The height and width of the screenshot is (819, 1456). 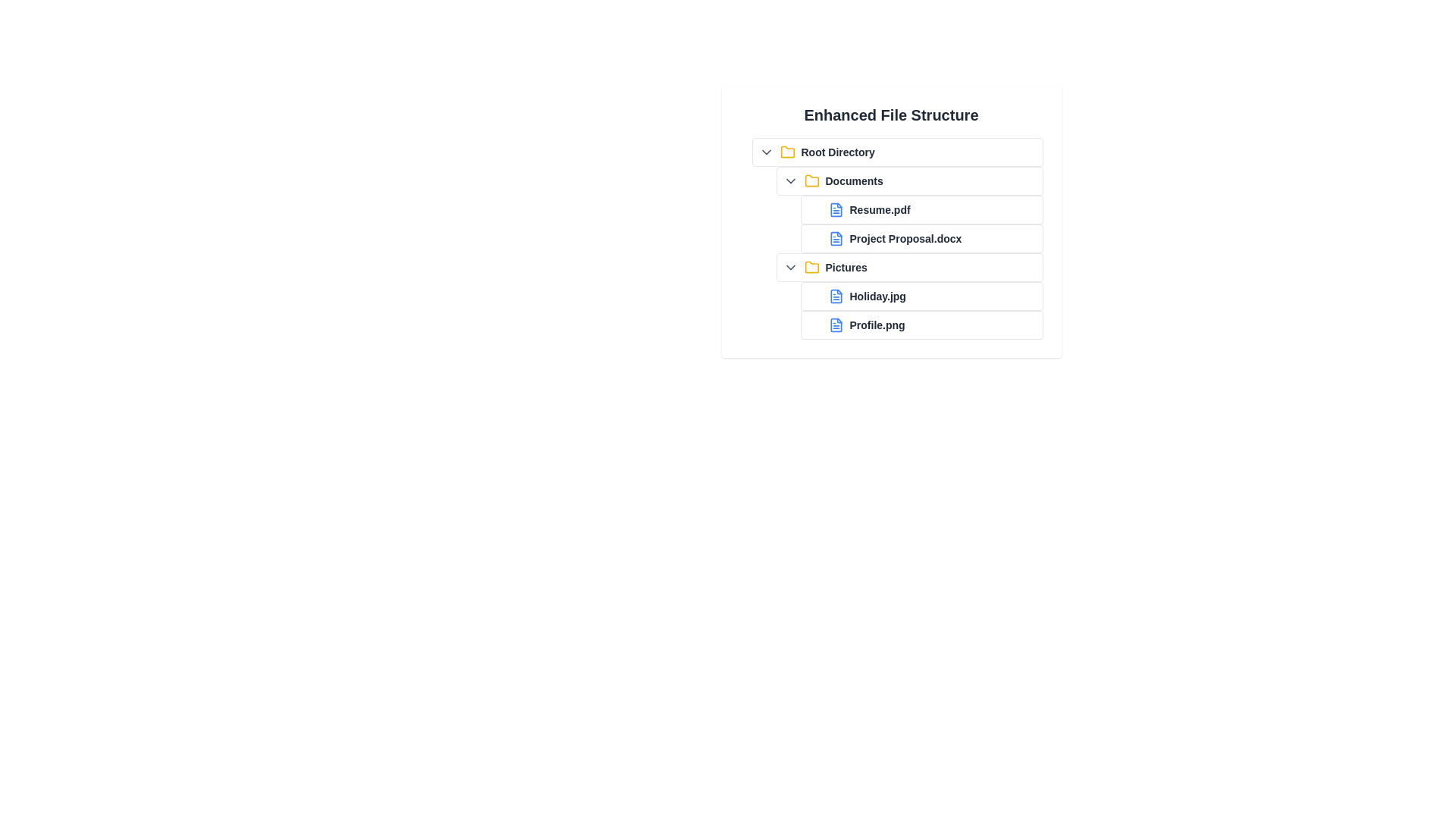 What do you see at coordinates (891, 114) in the screenshot?
I see `the label displaying 'Enhanced File Structure', which is a bold, large black font text located at the top-center of a card-like structure` at bounding box center [891, 114].